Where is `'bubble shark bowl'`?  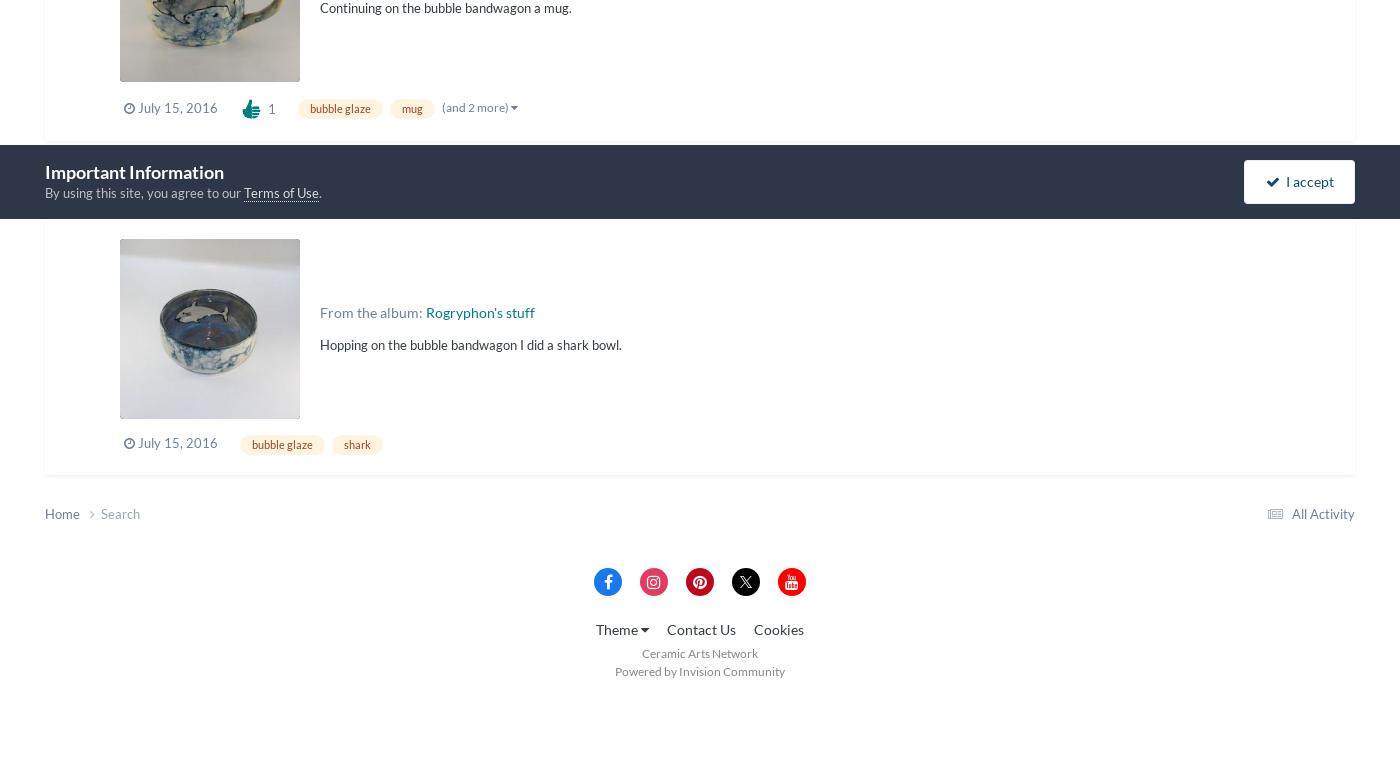 'bubble shark bowl' is located at coordinates (198, 180).